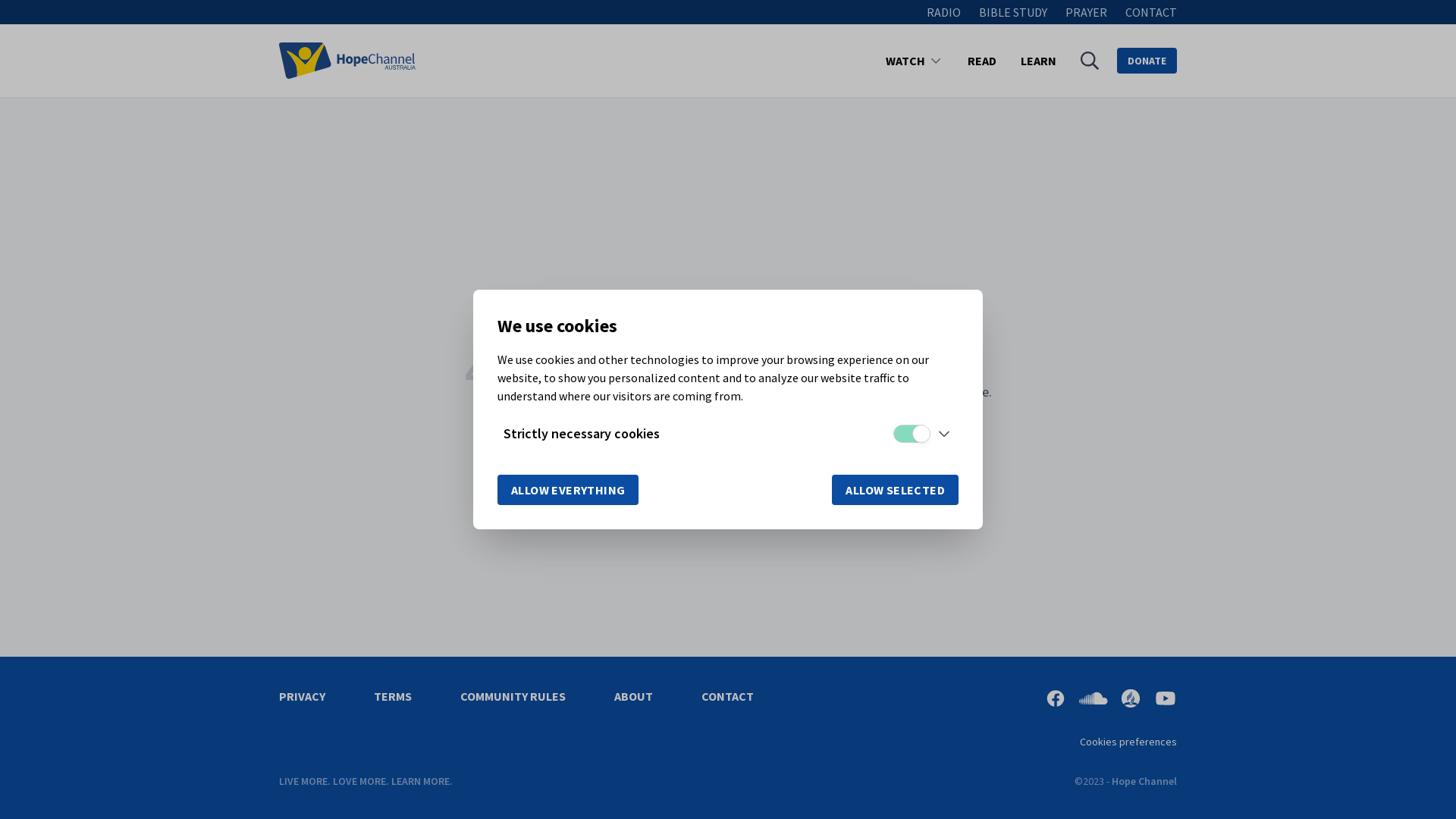 This screenshot has width=1456, height=819. Describe the element at coordinates (1012, 11) in the screenshot. I see `'BIBLE STUDY'` at that location.